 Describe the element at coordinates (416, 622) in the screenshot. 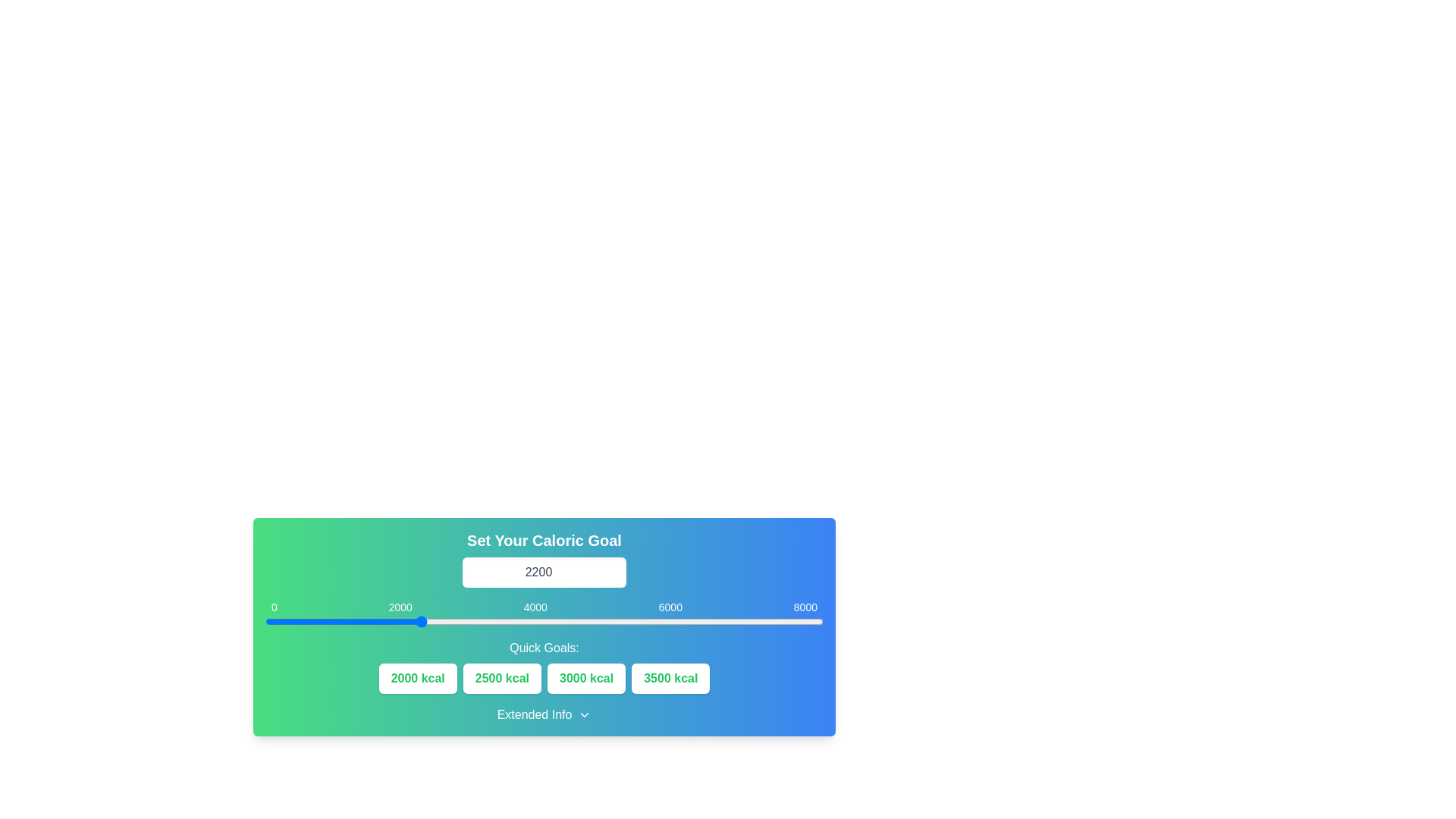

I see `the caloric goal` at that location.